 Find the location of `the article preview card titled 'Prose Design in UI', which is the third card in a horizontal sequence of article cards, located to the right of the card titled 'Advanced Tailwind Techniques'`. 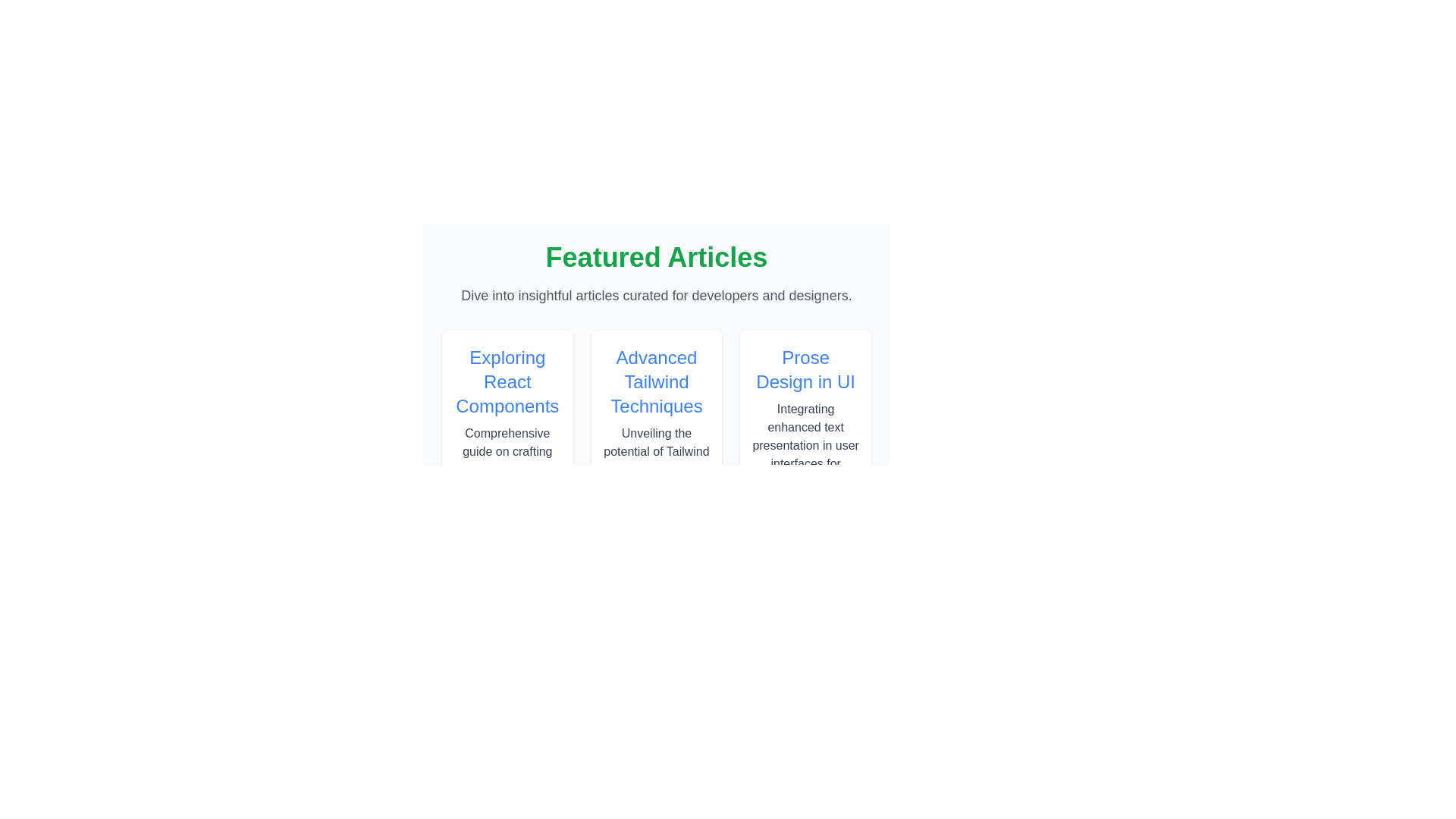

the article preview card titled 'Prose Design in UI', which is the third card in a horizontal sequence of article cards, located to the right of the card titled 'Advanced Tailwind Techniques' is located at coordinates (805, 418).